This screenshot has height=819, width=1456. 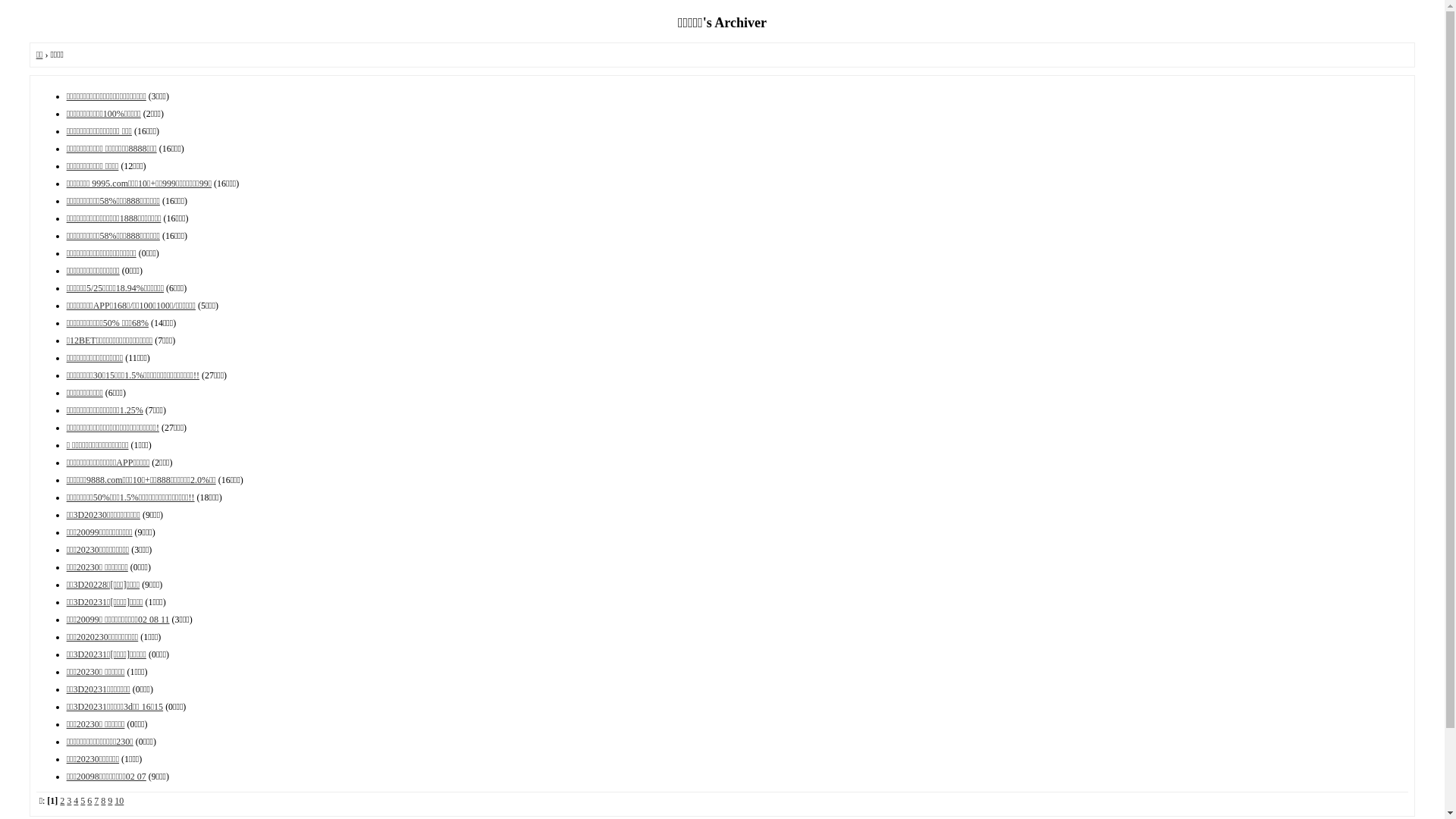 I want to click on '5', so click(x=82, y=800).